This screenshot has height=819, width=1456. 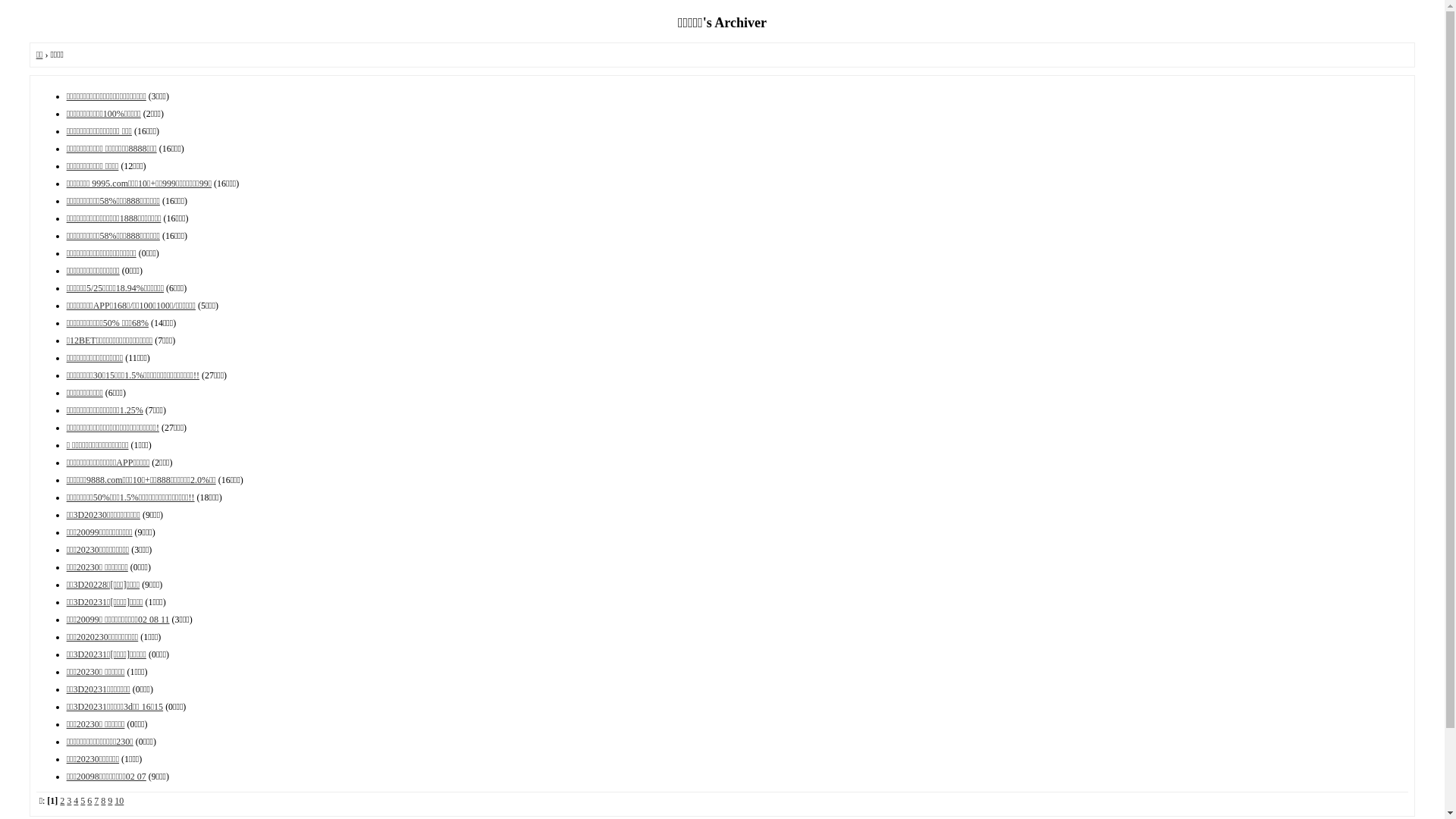 I want to click on '5', so click(x=82, y=800).